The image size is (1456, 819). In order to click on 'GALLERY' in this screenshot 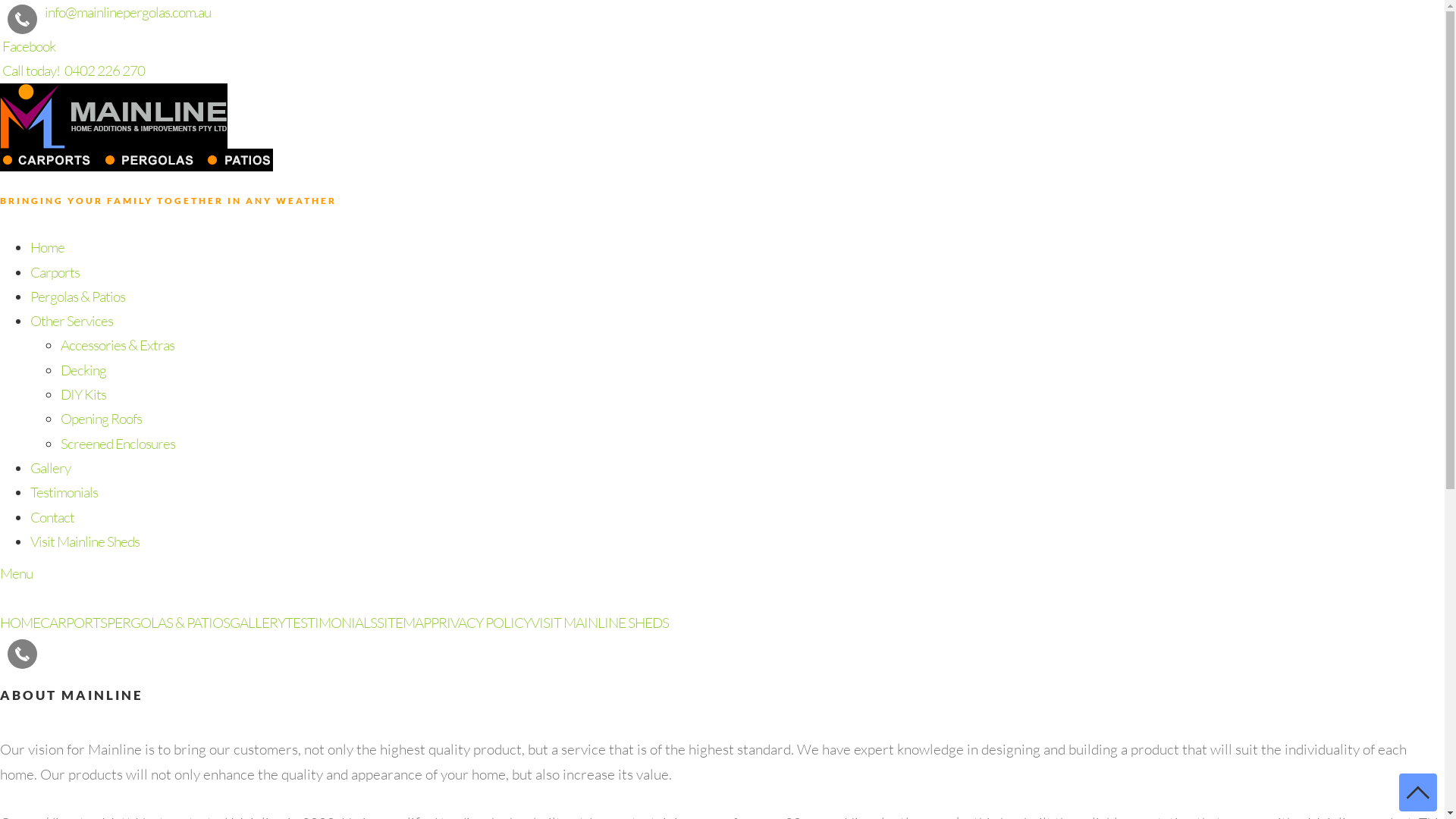, I will do `click(257, 623)`.